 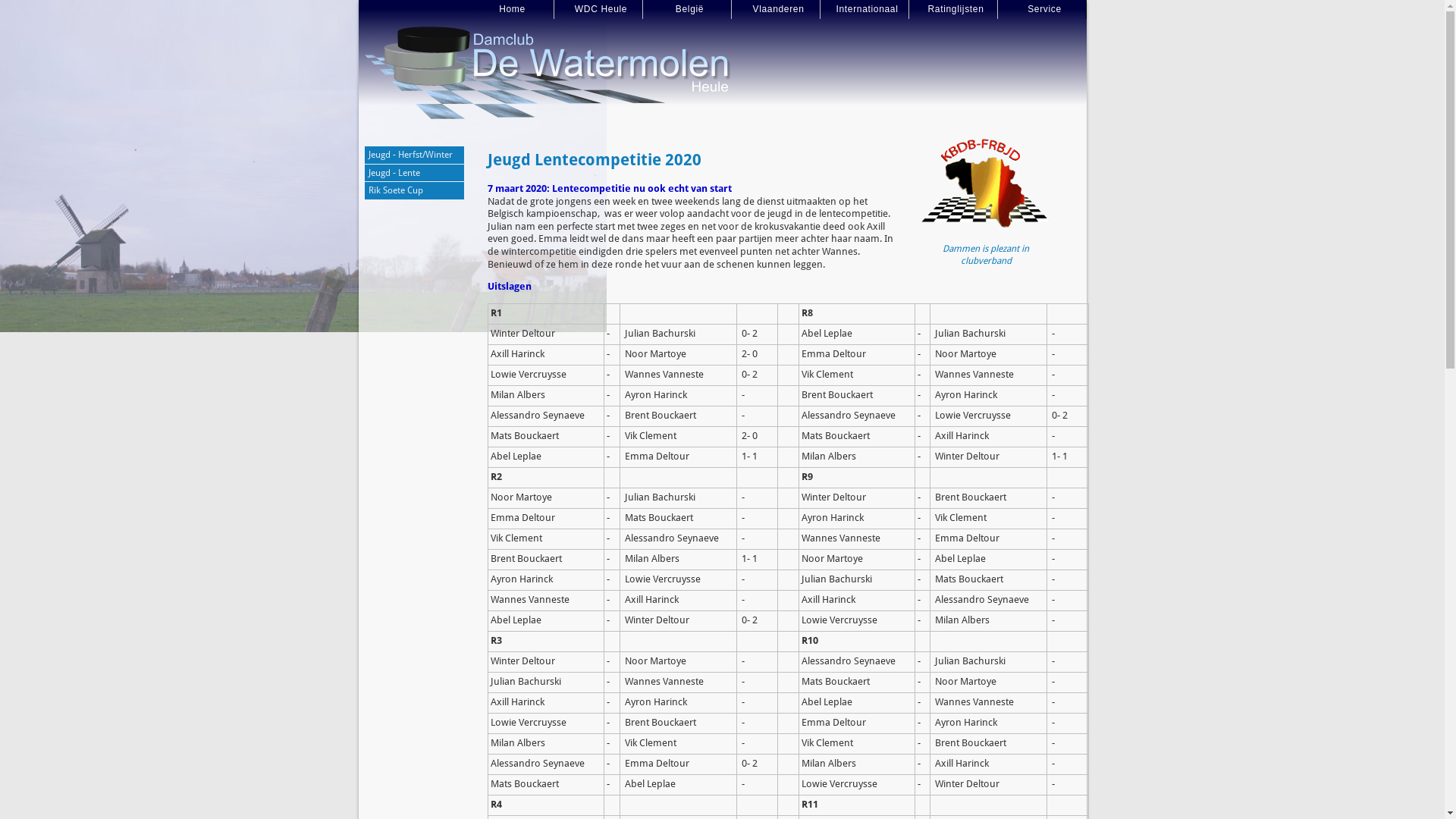 What do you see at coordinates (864, 9) in the screenshot?
I see `'Internationaal'` at bounding box center [864, 9].